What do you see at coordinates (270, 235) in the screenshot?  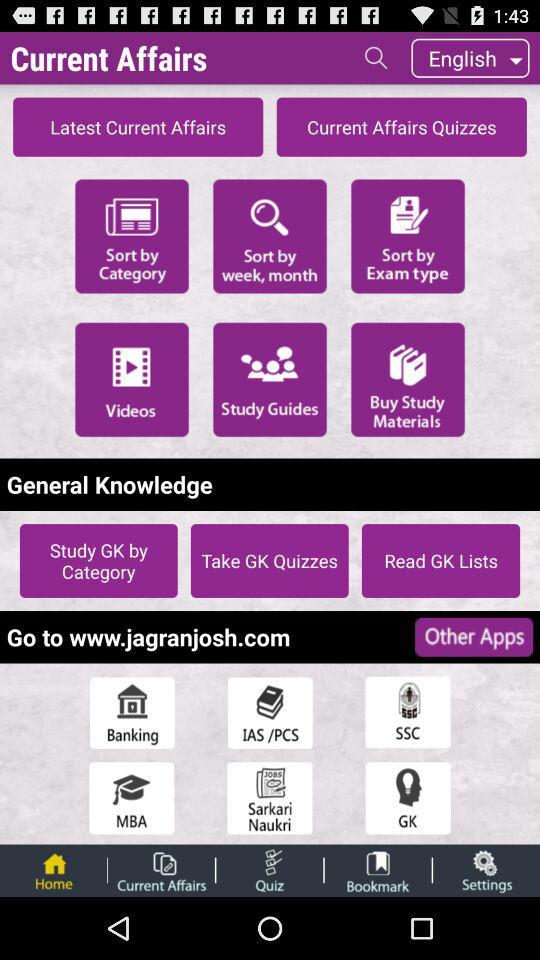 I see `sort` at bounding box center [270, 235].